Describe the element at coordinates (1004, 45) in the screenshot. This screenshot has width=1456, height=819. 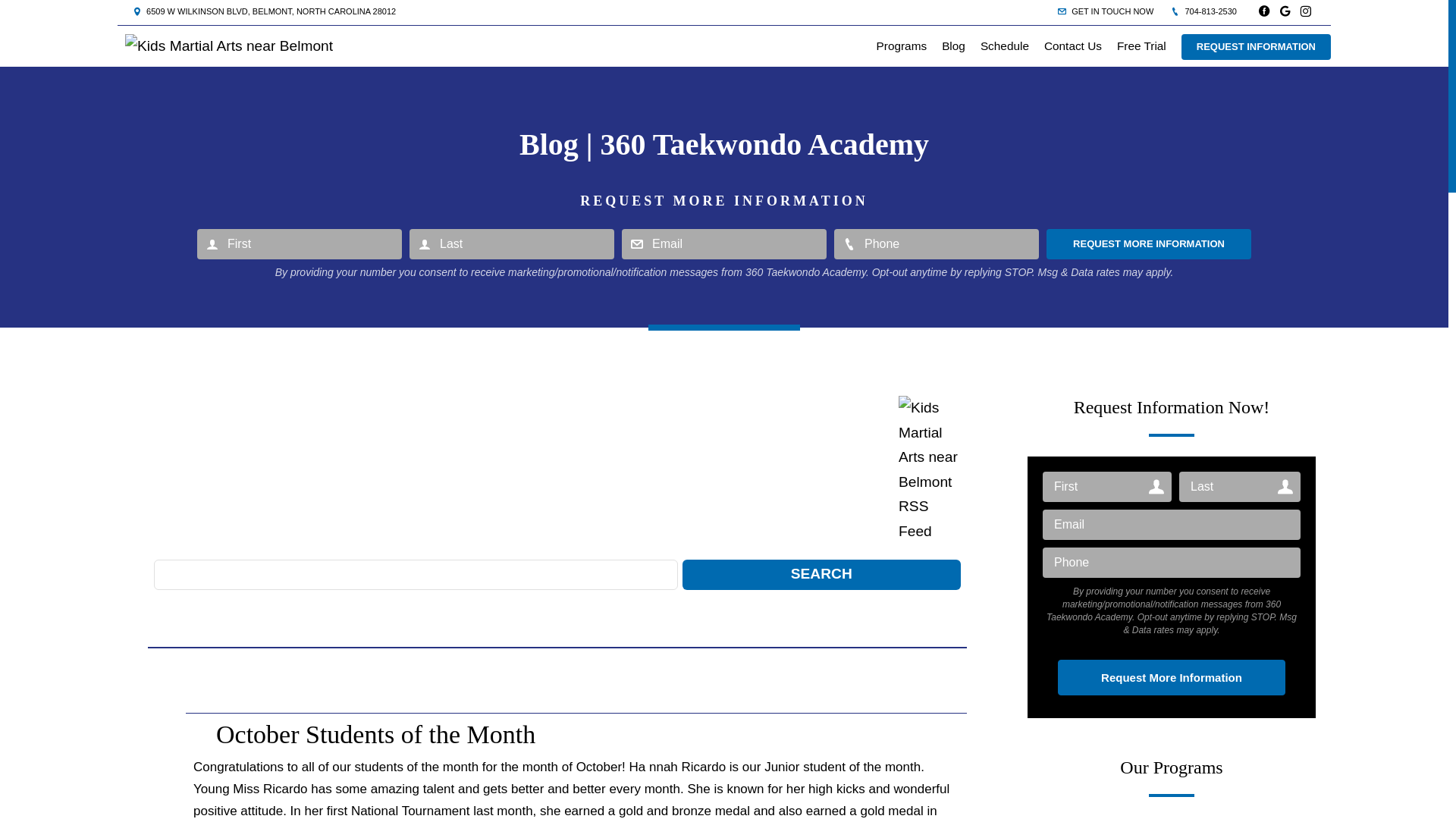
I see `'Schedule'` at that location.